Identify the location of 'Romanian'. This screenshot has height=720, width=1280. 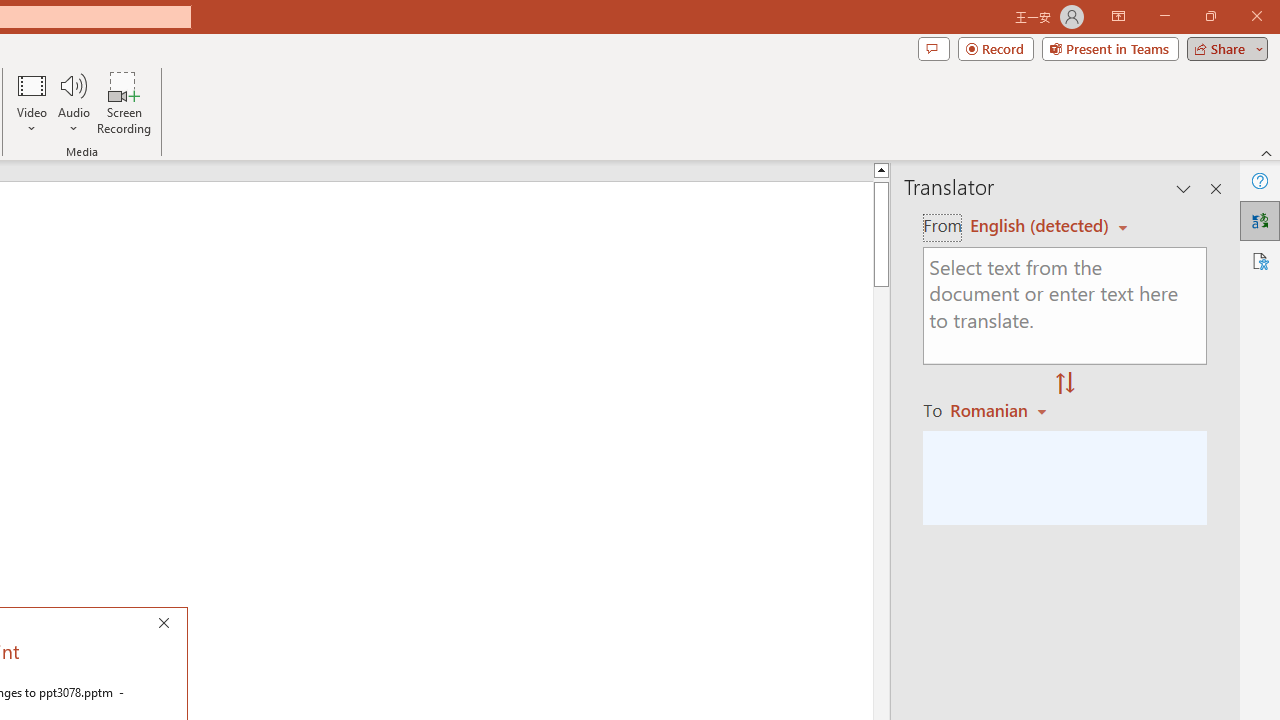
(1001, 409).